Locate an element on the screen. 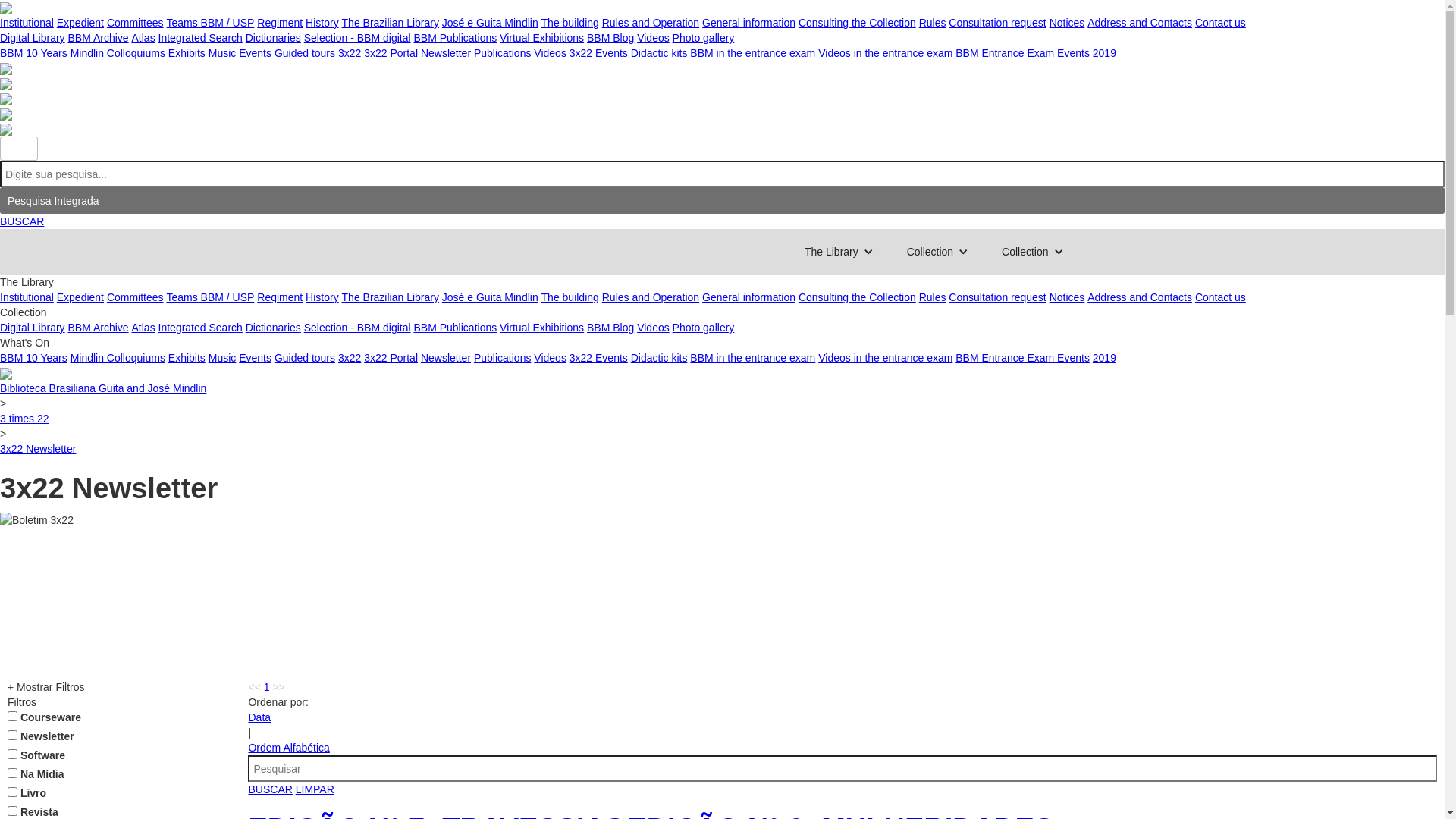  'Data' is located at coordinates (259, 717).